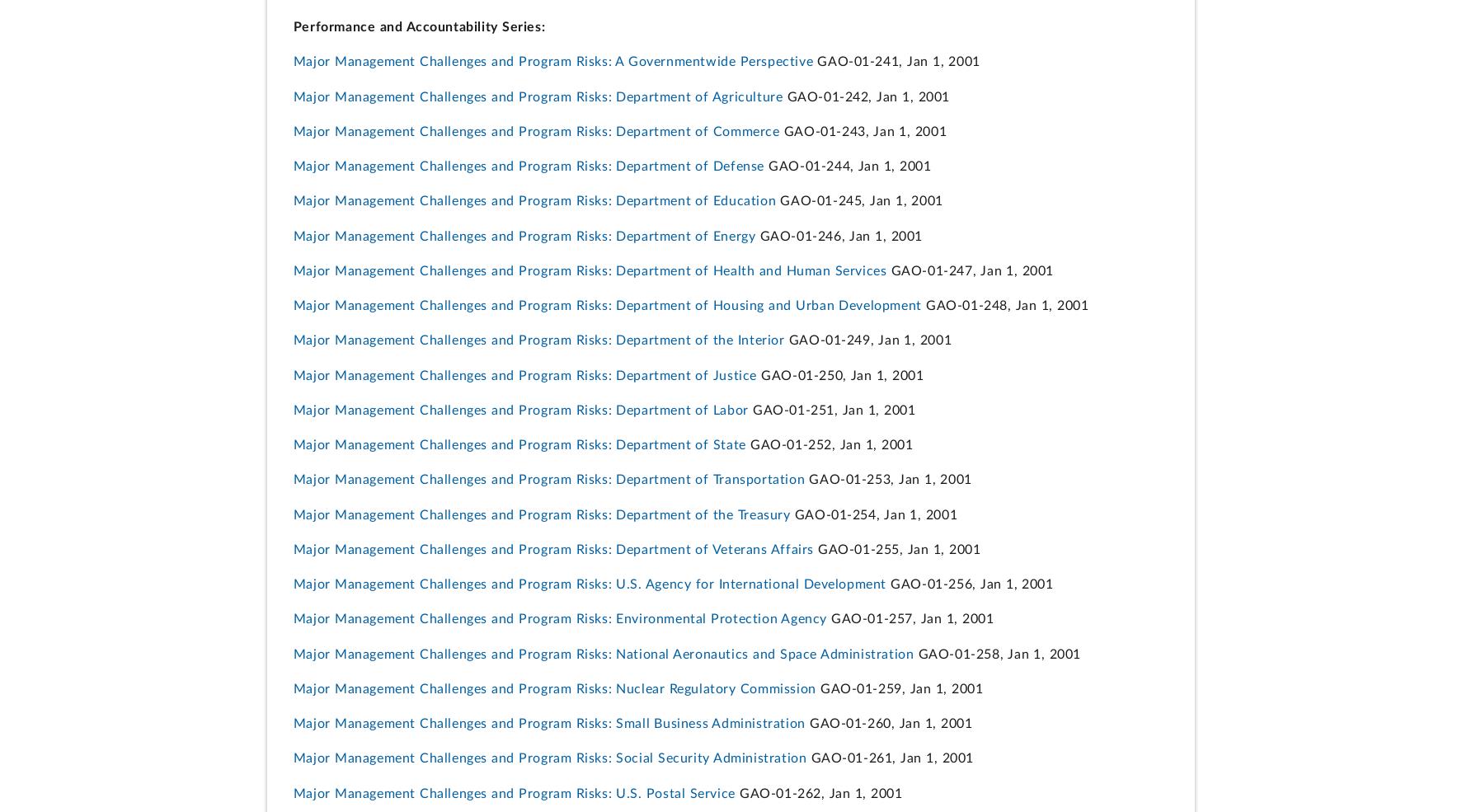 Image resolution: width=1462 pixels, height=812 pixels. I want to click on 'GAO-01-247, Jan 1, 2001', so click(970, 270).